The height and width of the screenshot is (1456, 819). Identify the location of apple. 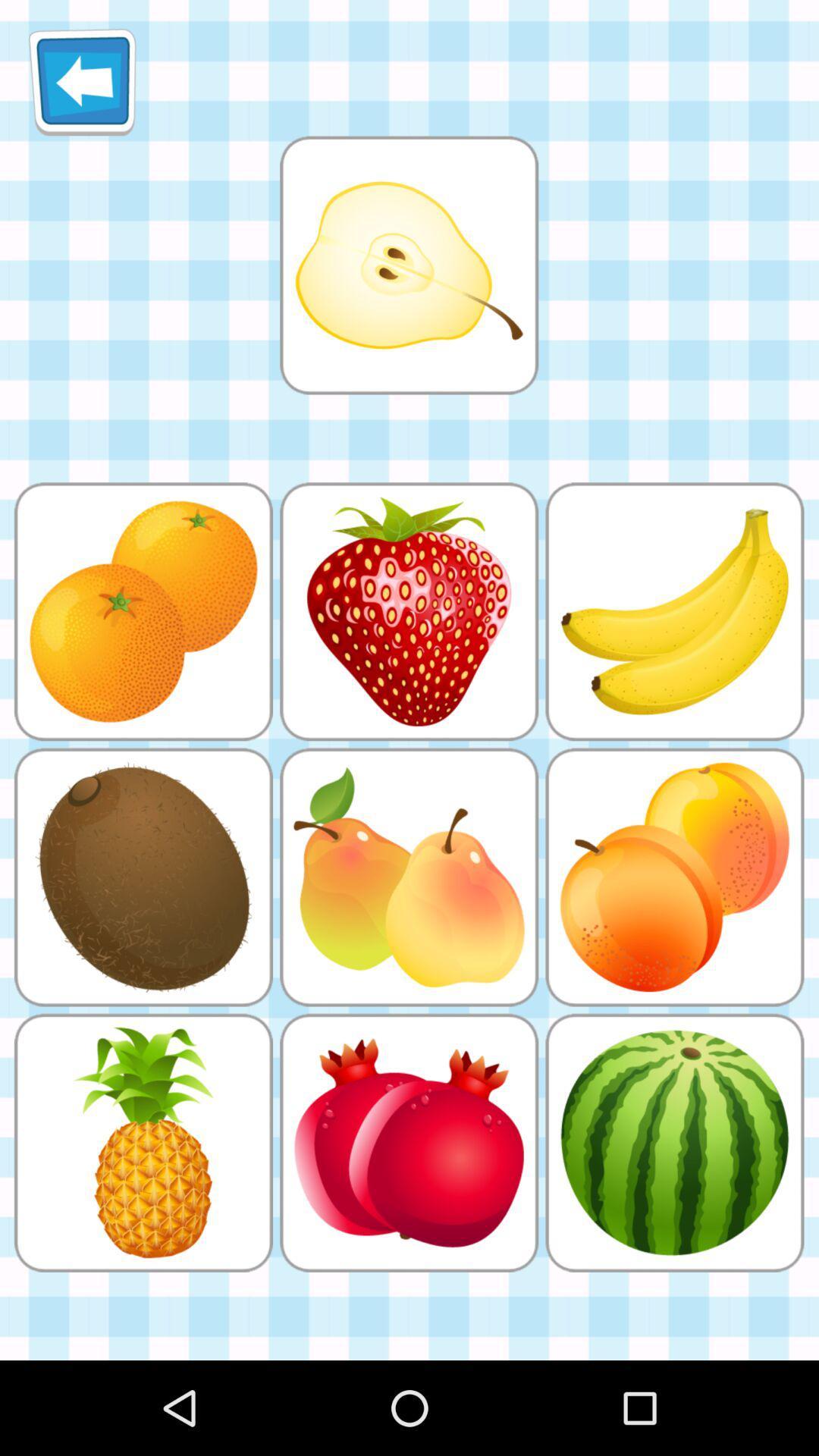
(408, 265).